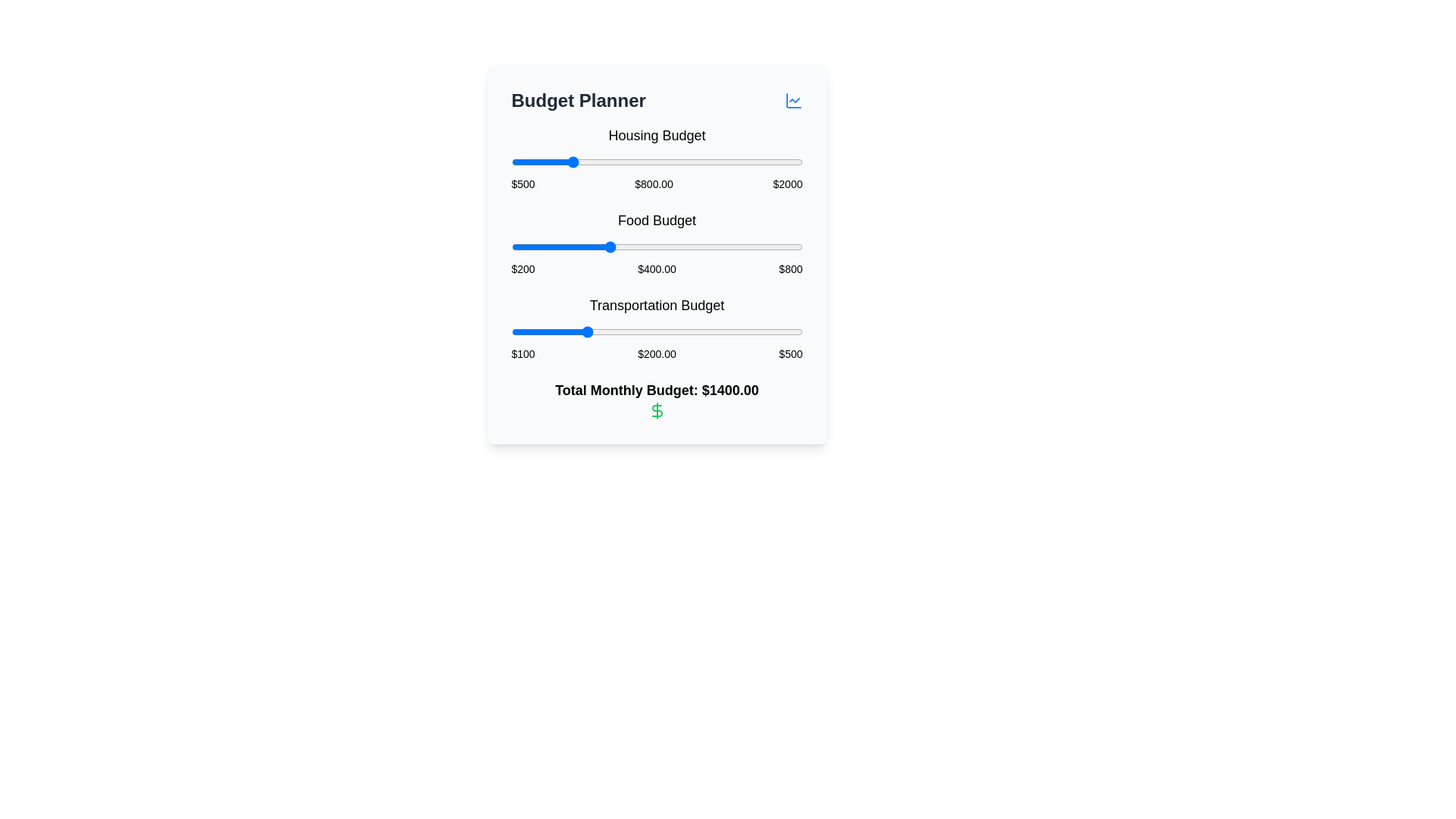 The width and height of the screenshot is (1456, 819). I want to click on the transportation budget, so click(775, 331).